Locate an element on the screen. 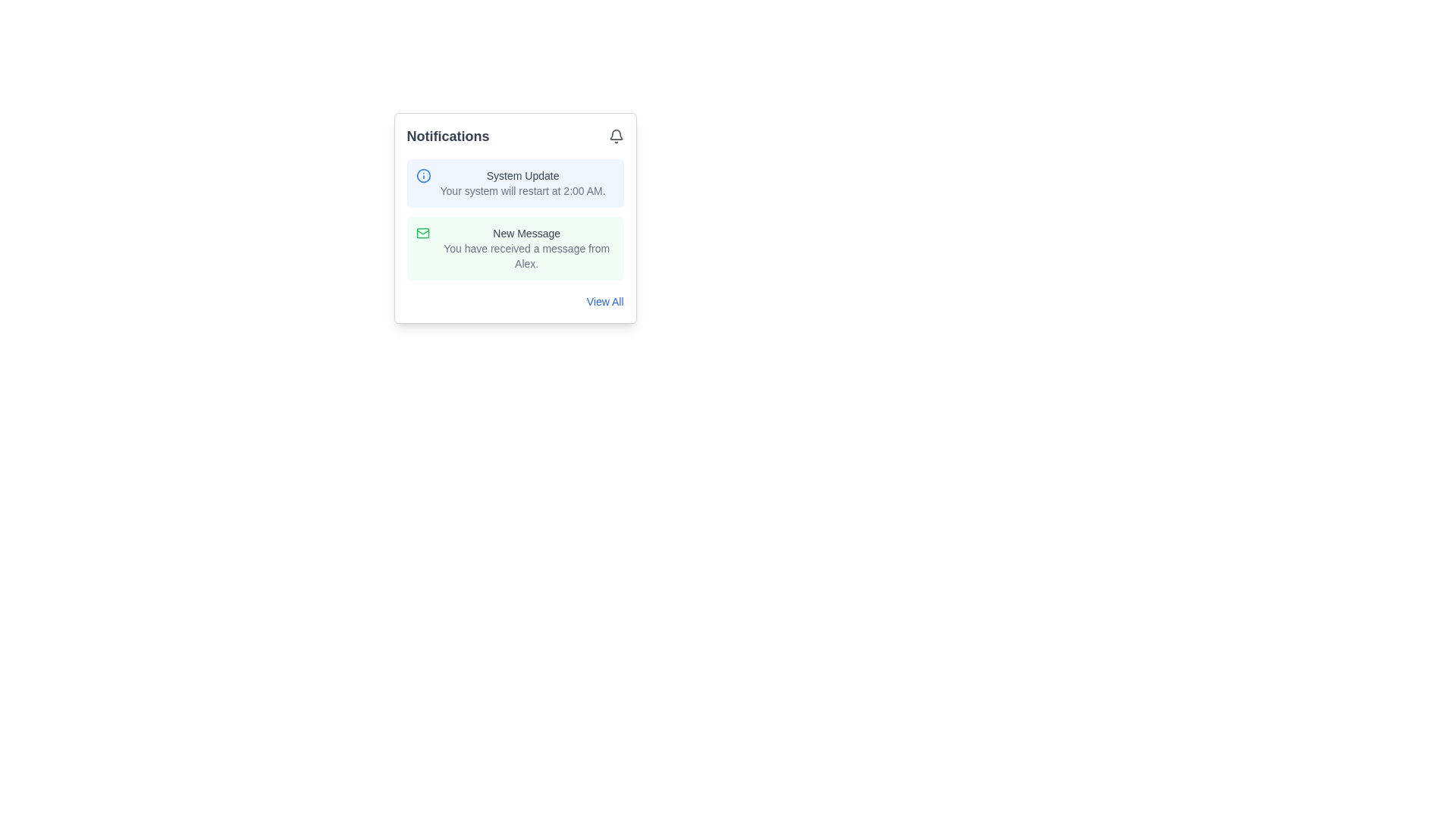 Image resolution: width=1456 pixels, height=819 pixels. the gray bell-shaped icon located is located at coordinates (616, 136).